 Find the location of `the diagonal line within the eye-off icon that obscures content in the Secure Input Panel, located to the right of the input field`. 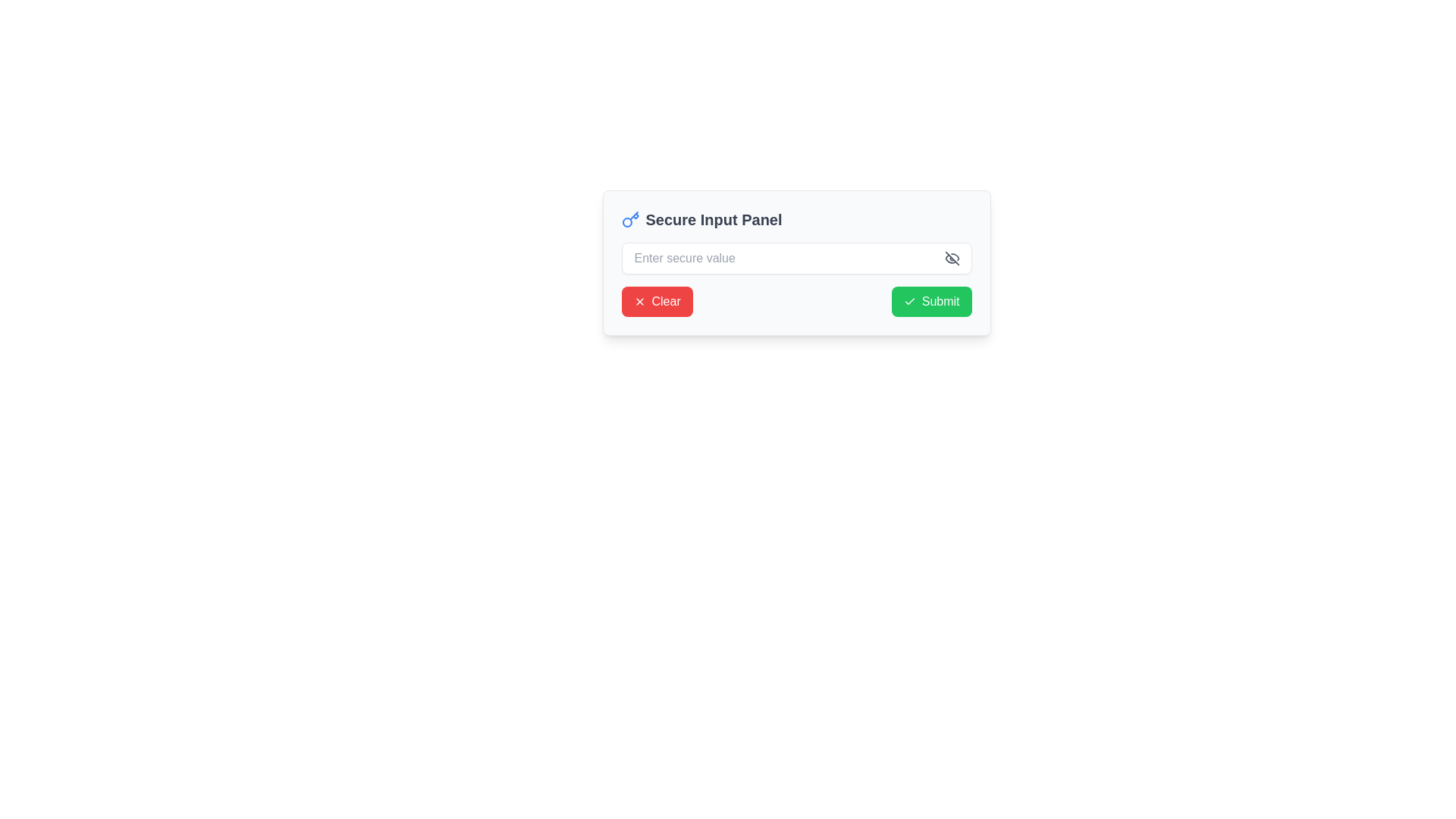

the diagonal line within the eye-off icon that obscures content in the Secure Input Panel, located to the right of the input field is located at coordinates (951, 257).